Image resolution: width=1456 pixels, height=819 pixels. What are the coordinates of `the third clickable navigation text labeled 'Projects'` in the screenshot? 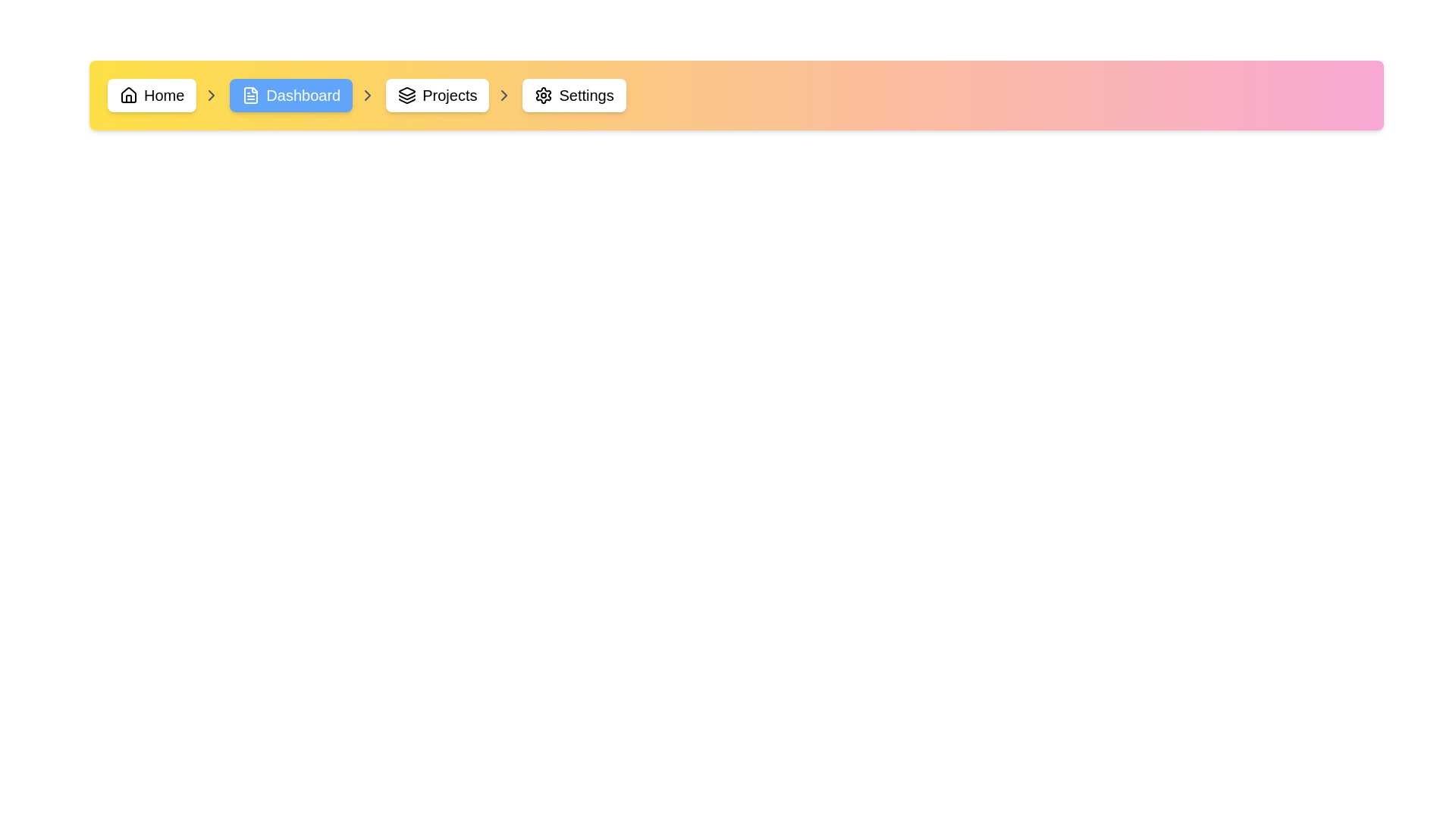 It's located at (449, 96).